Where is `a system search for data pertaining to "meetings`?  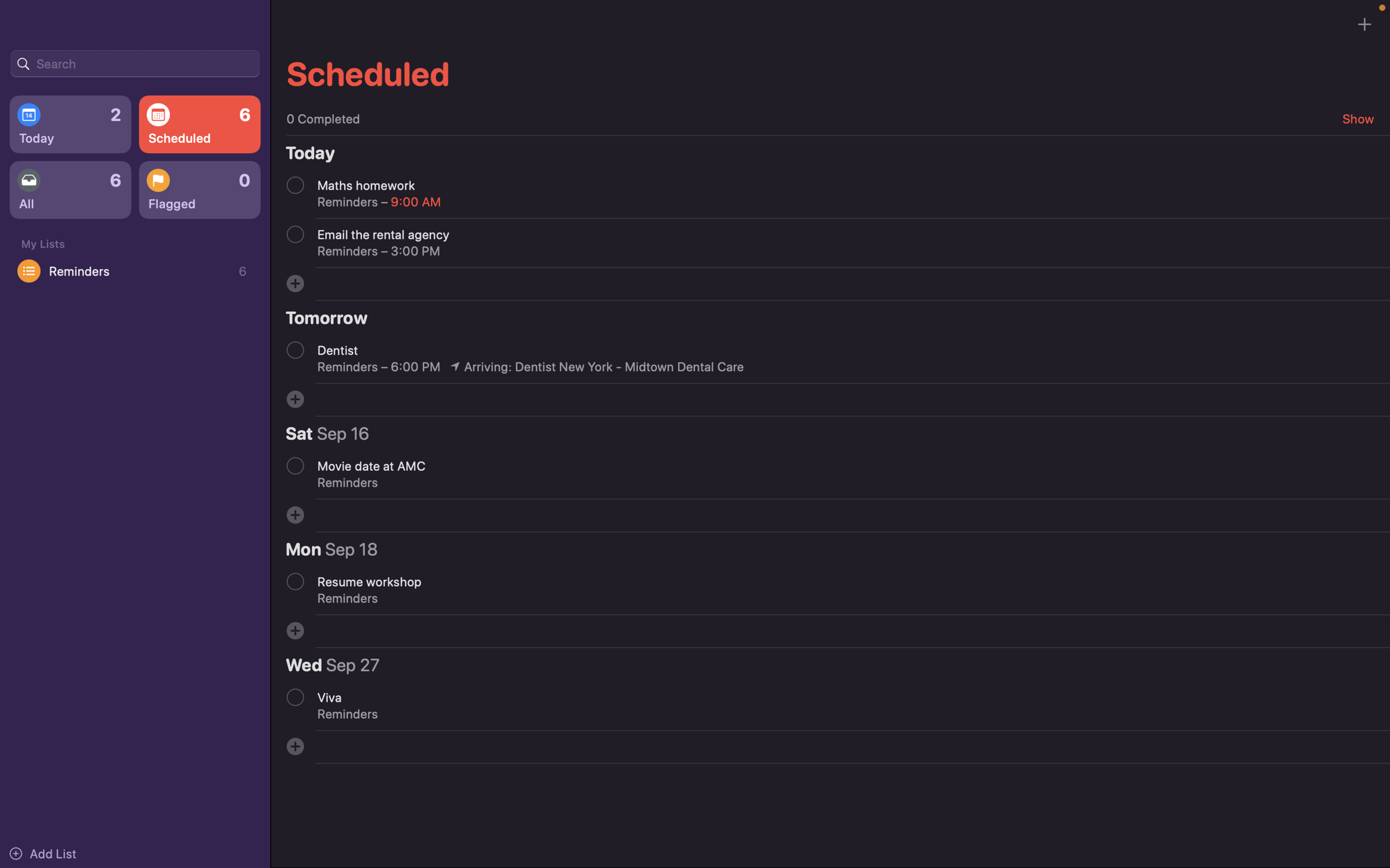 a system search for data pertaining to "meetings is located at coordinates (134, 62).